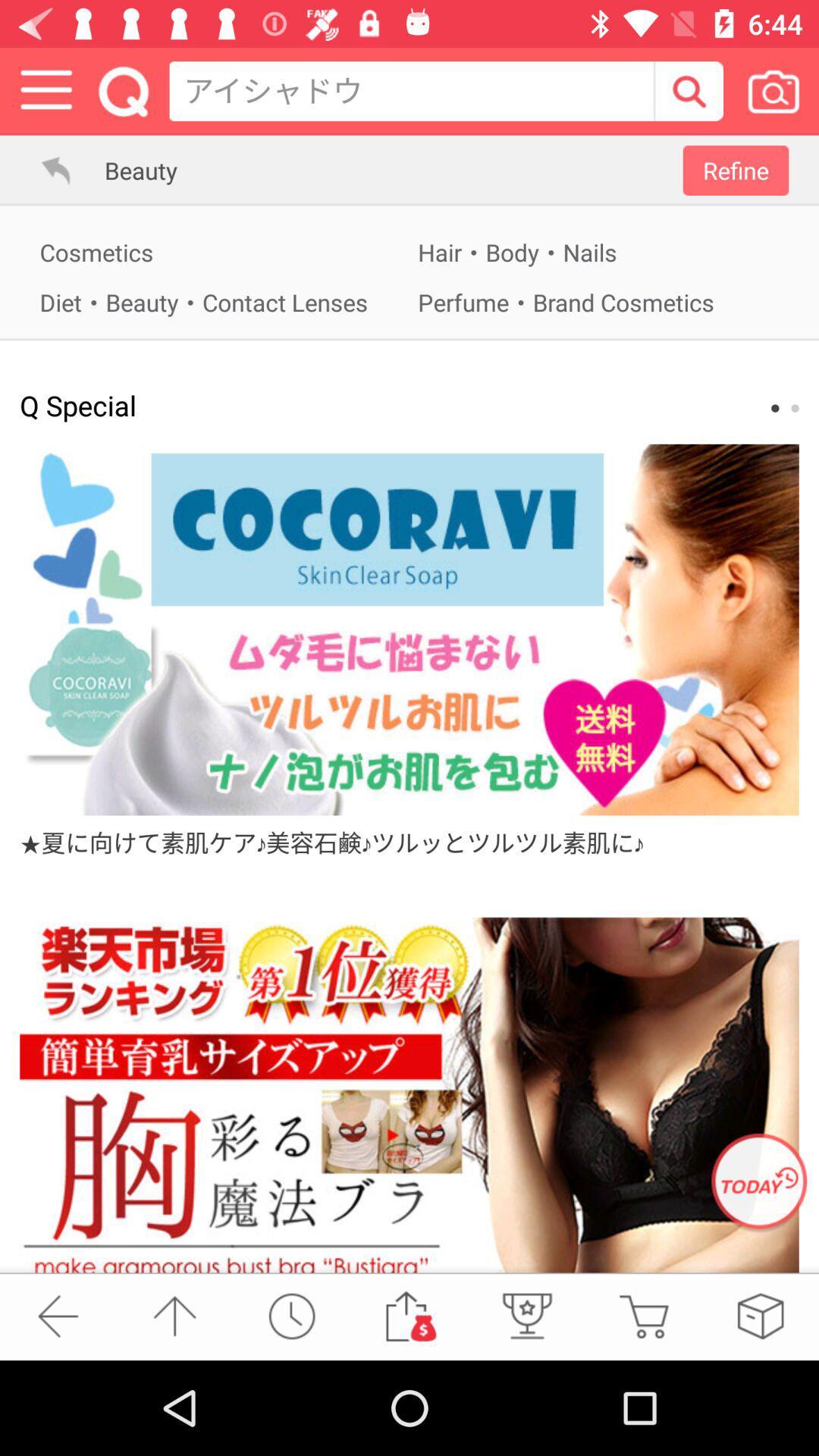  I want to click on asking today option, so click(759, 1182).